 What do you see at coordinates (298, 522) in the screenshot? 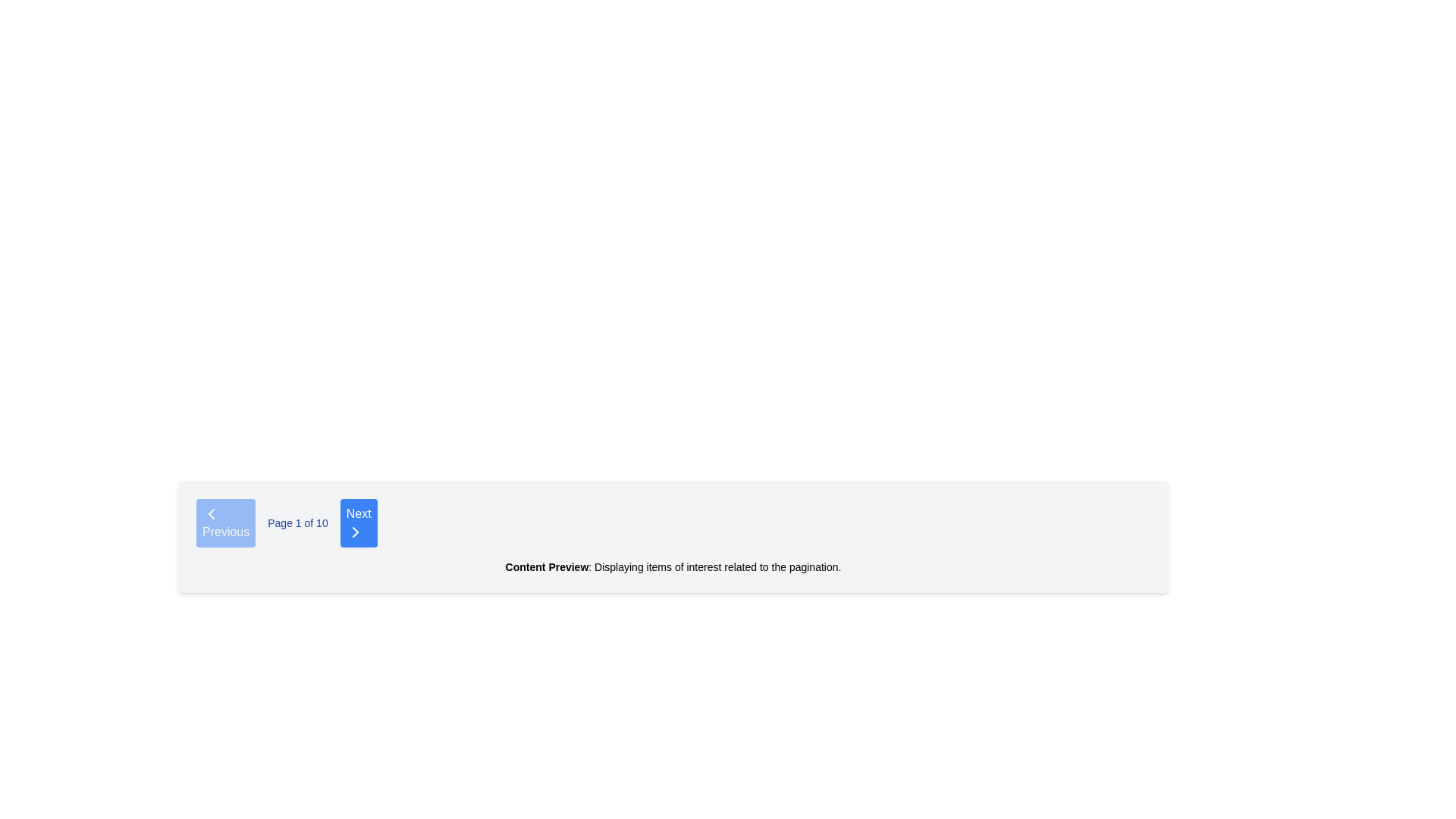
I see `the text element displaying 'Page 1 of 10', which is centrally located between the 'Previous' and 'Next' buttons in the pagination component` at bounding box center [298, 522].